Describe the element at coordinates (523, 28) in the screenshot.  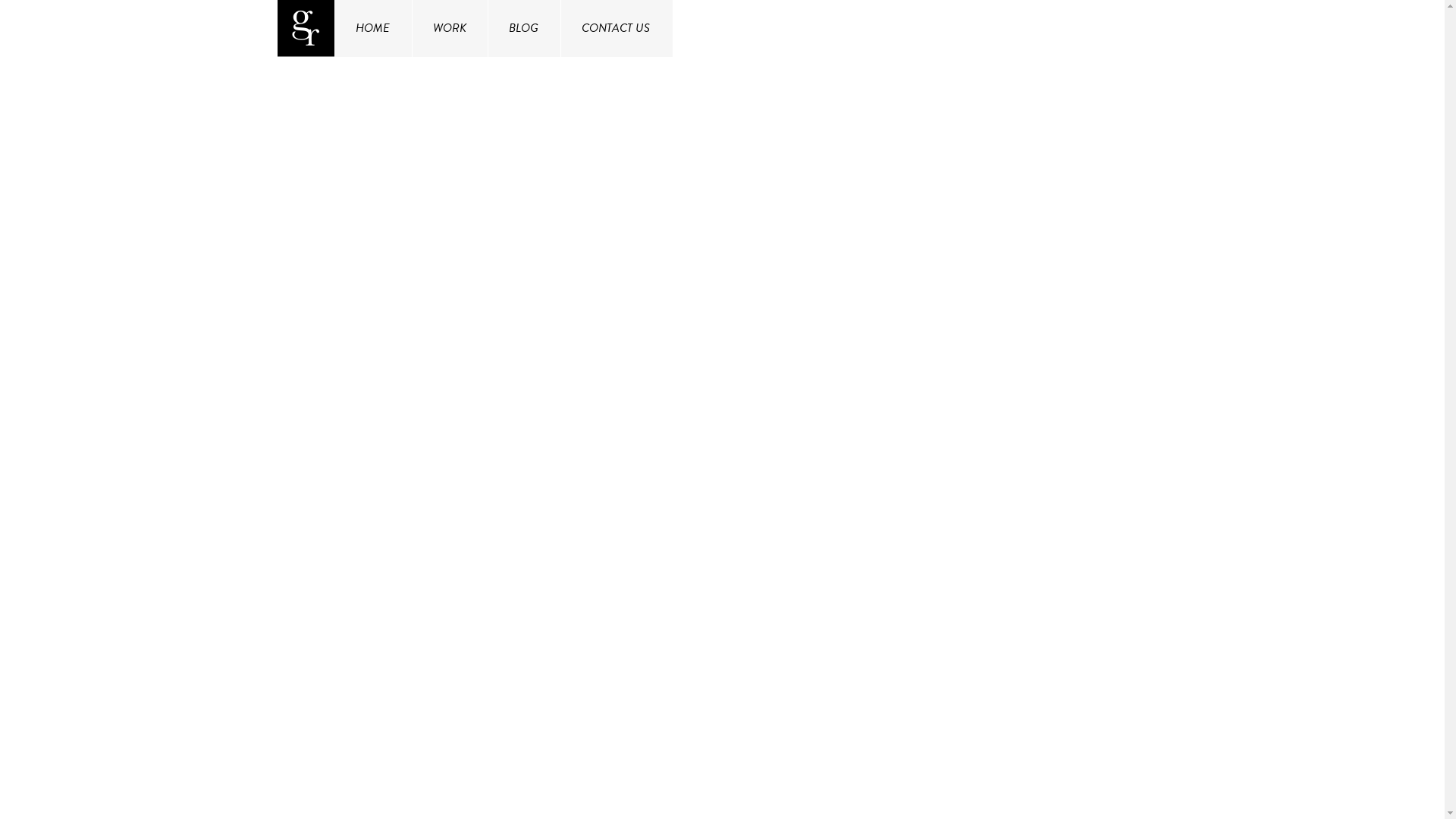
I see `'BLOG'` at that location.